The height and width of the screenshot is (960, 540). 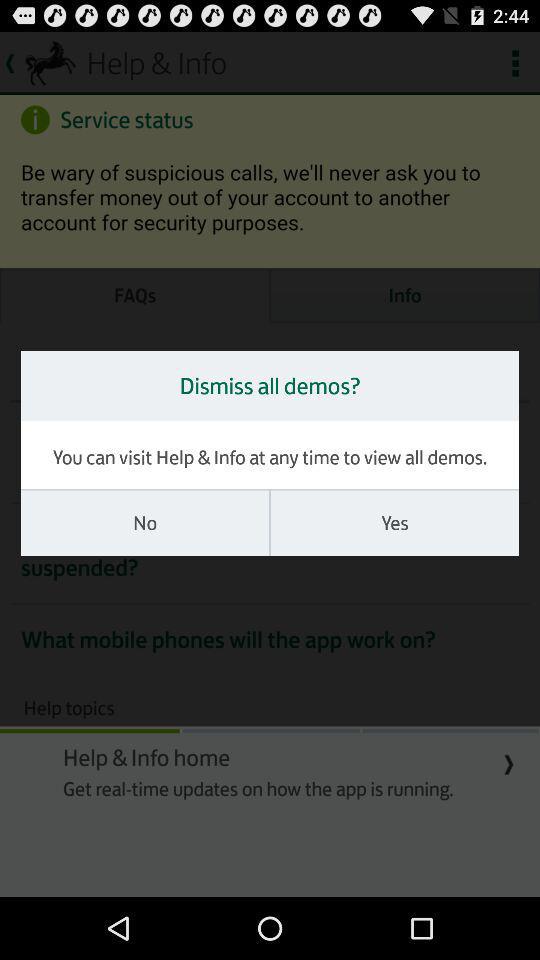 What do you see at coordinates (144, 522) in the screenshot?
I see `no item` at bounding box center [144, 522].